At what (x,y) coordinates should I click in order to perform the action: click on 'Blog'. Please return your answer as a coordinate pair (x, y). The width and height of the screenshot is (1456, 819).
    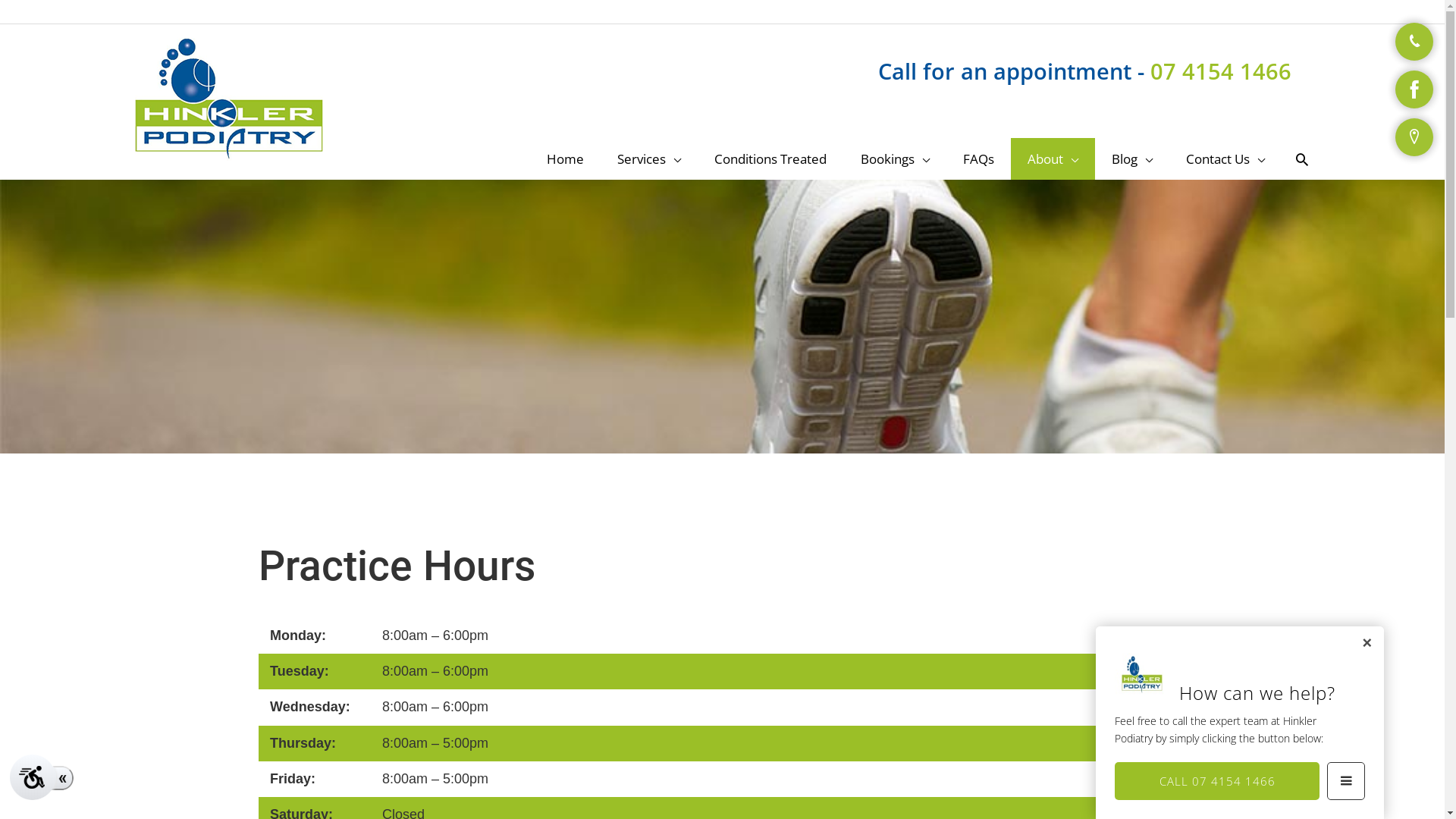
    Looking at the image, I should click on (1095, 158).